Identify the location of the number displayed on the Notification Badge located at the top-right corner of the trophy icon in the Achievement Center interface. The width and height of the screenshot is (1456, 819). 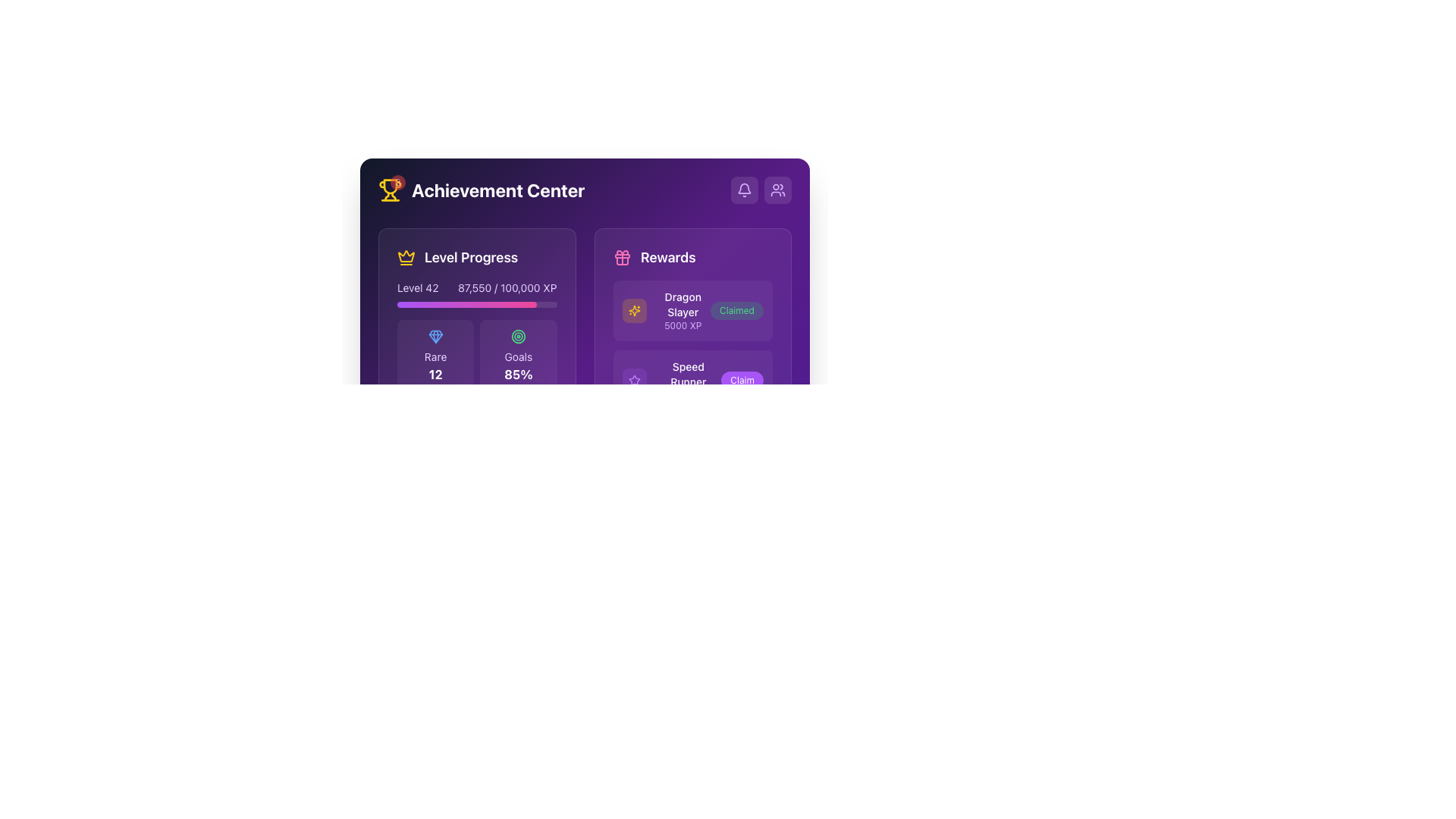
(397, 181).